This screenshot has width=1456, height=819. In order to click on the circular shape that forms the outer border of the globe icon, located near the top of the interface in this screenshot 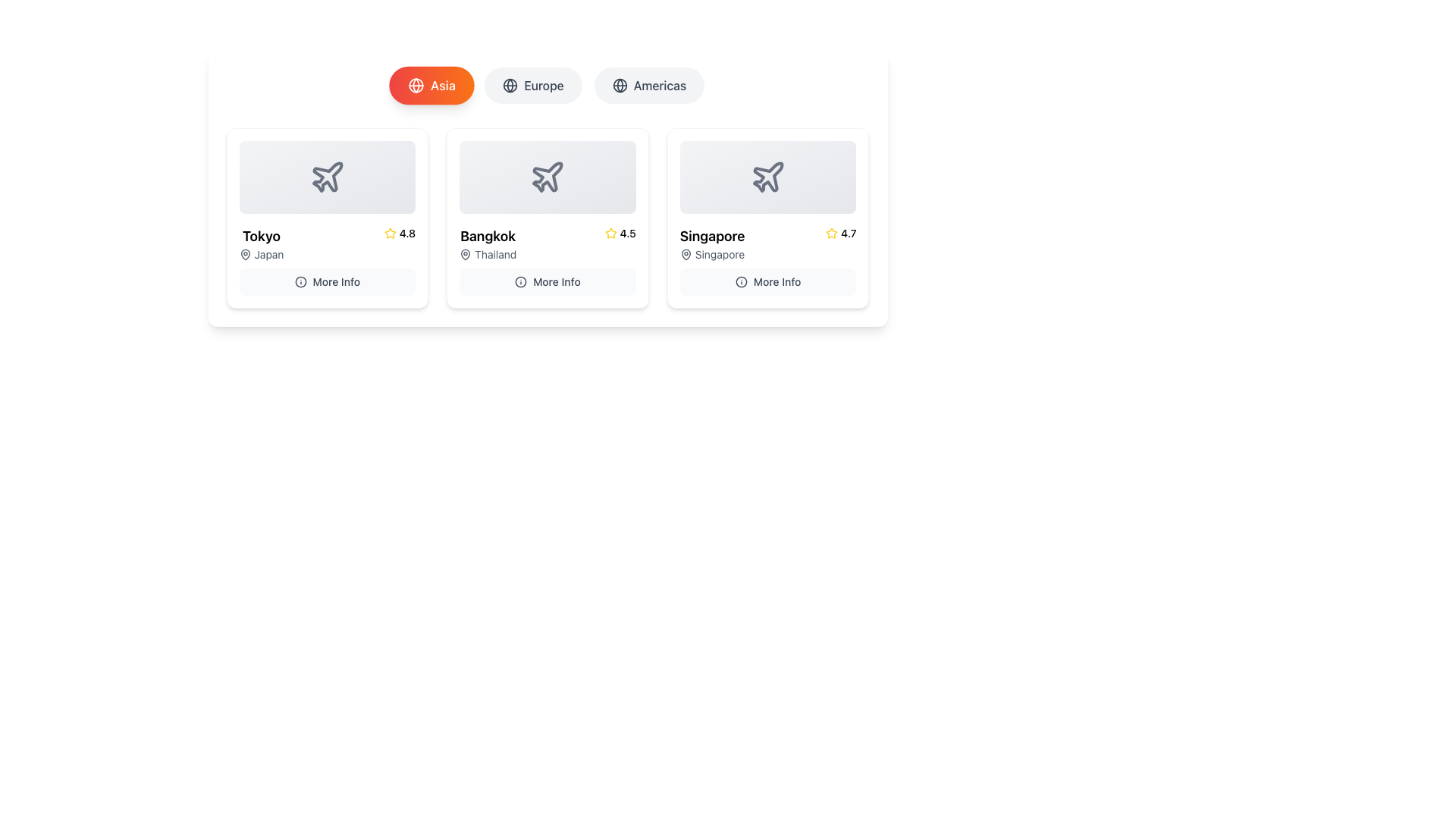, I will do `click(416, 85)`.